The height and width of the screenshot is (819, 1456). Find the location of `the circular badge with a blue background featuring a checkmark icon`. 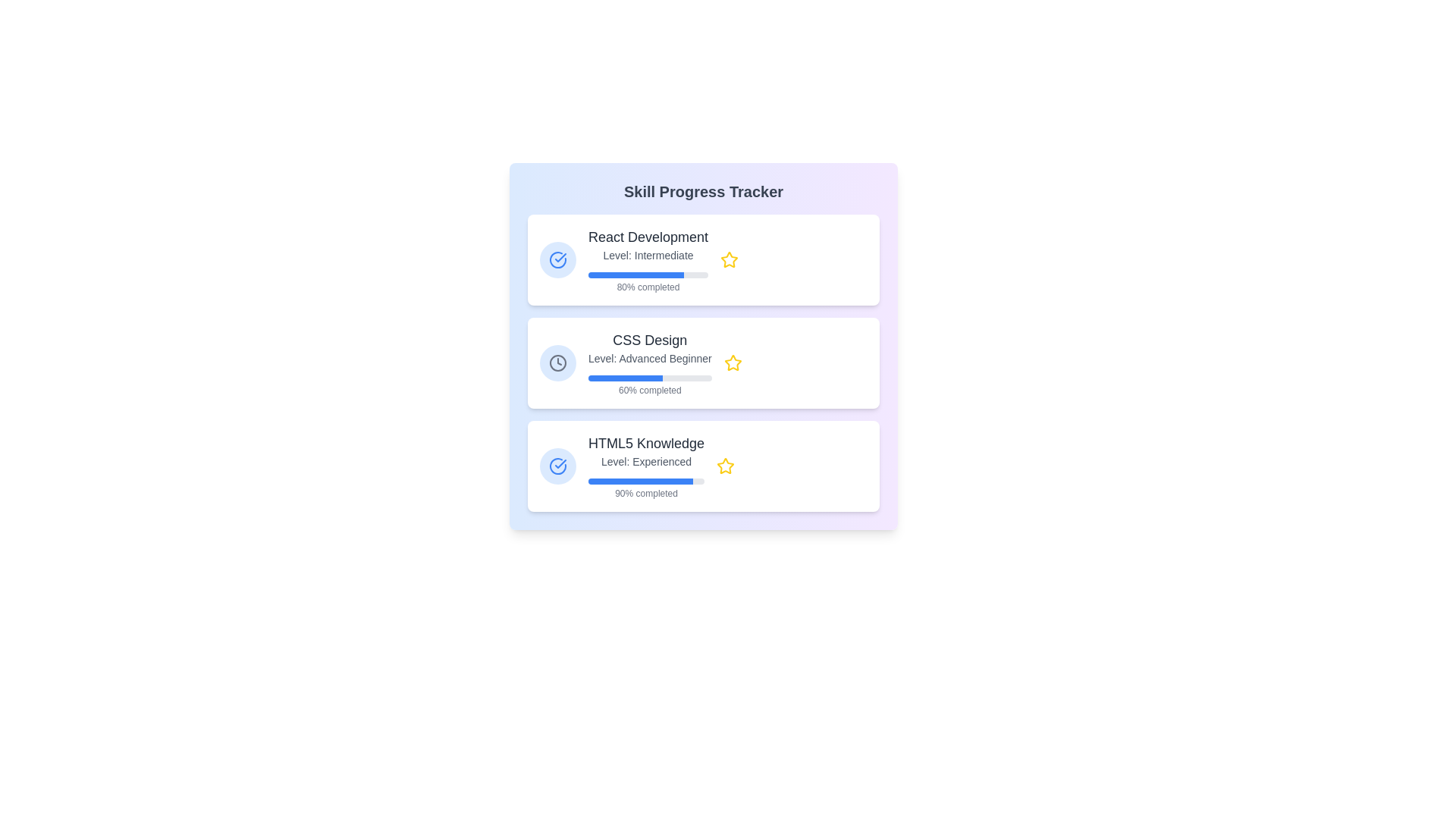

the circular badge with a blue background featuring a checkmark icon is located at coordinates (557, 259).